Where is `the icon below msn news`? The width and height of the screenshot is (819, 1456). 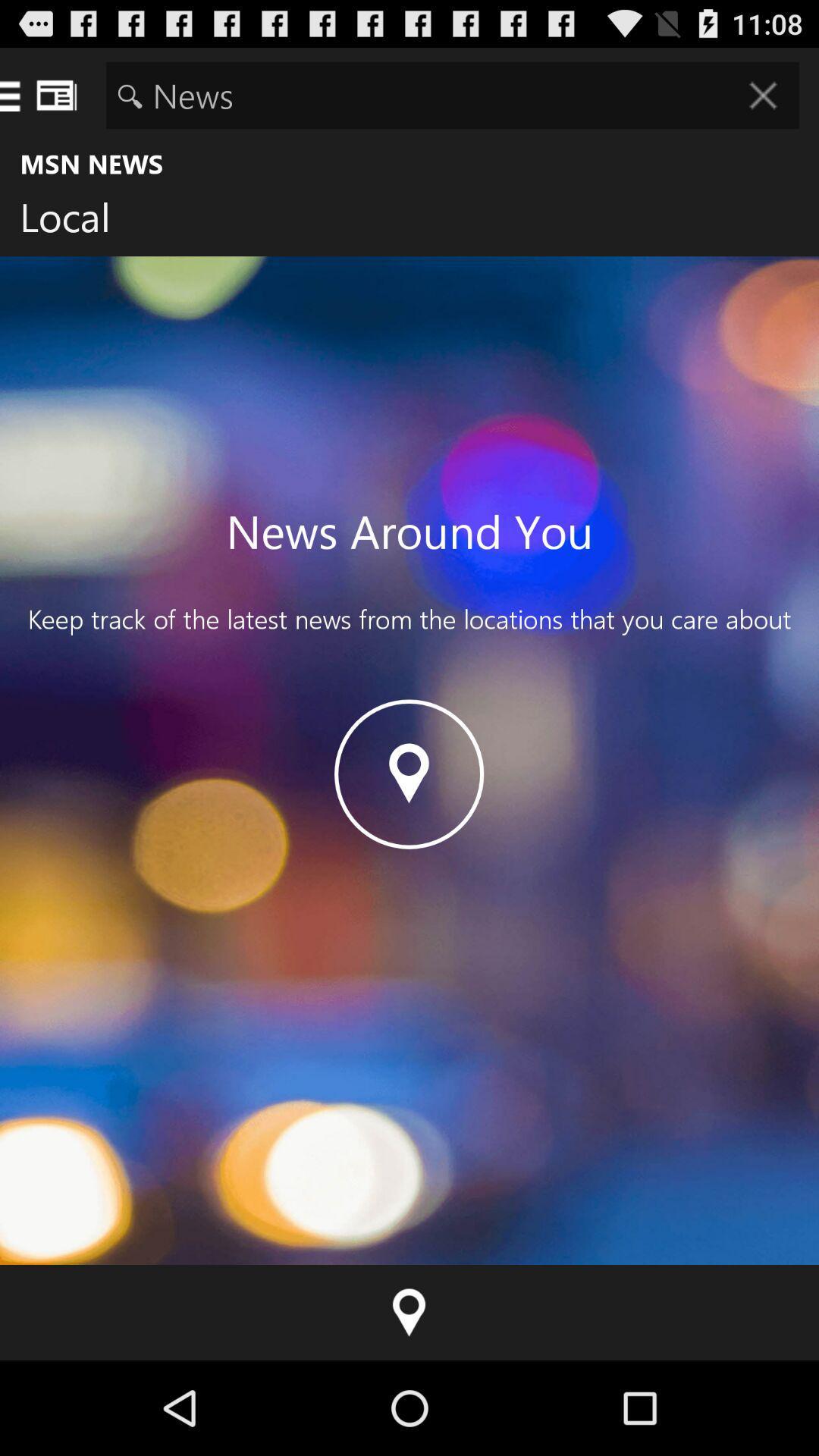 the icon below msn news is located at coordinates (77, 220).